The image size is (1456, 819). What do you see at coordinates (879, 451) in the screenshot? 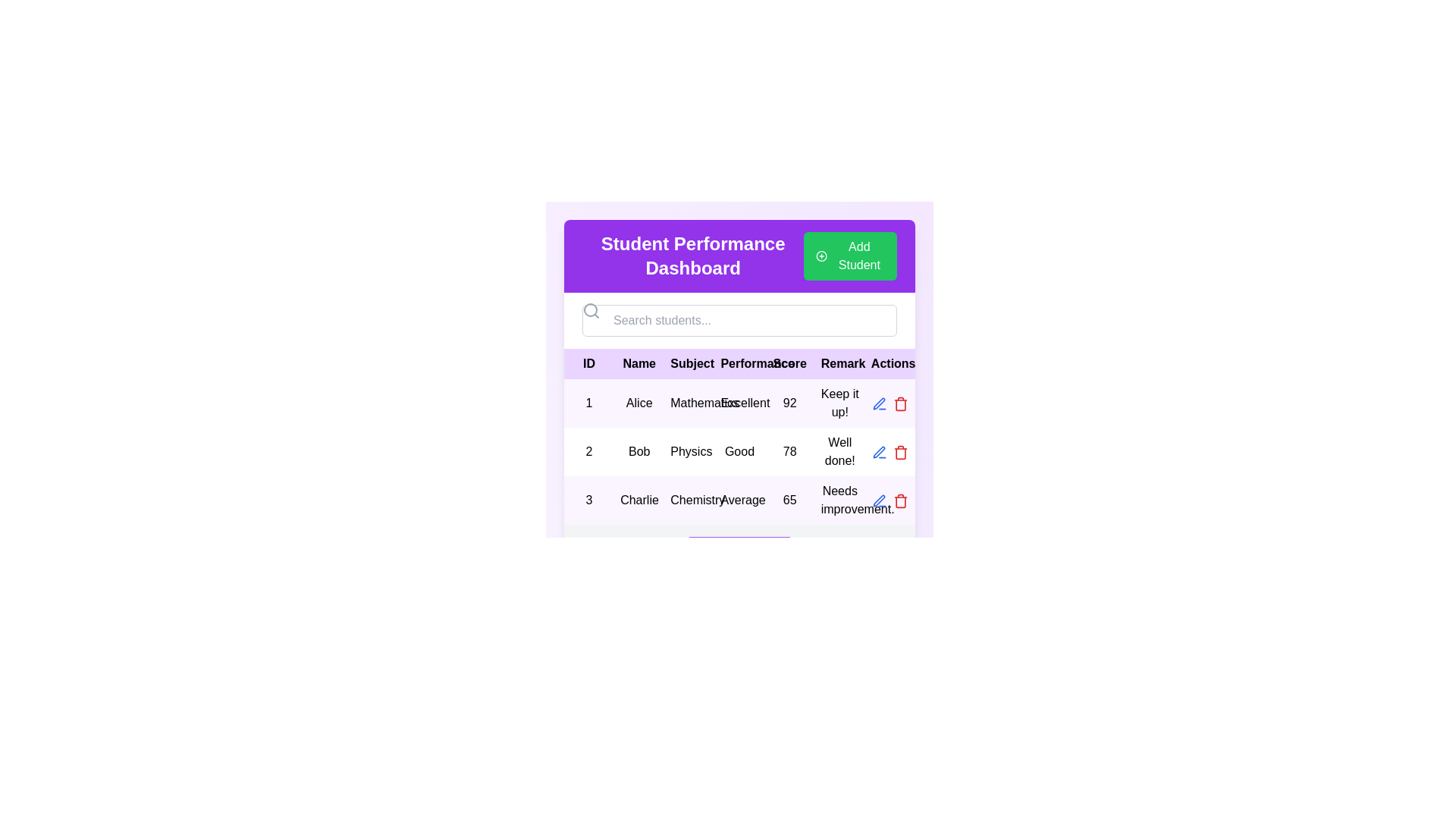
I see `the leftmost icon in the 'Actions' column of the table row associated with the student named 'Charlie'` at bounding box center [879, 451].